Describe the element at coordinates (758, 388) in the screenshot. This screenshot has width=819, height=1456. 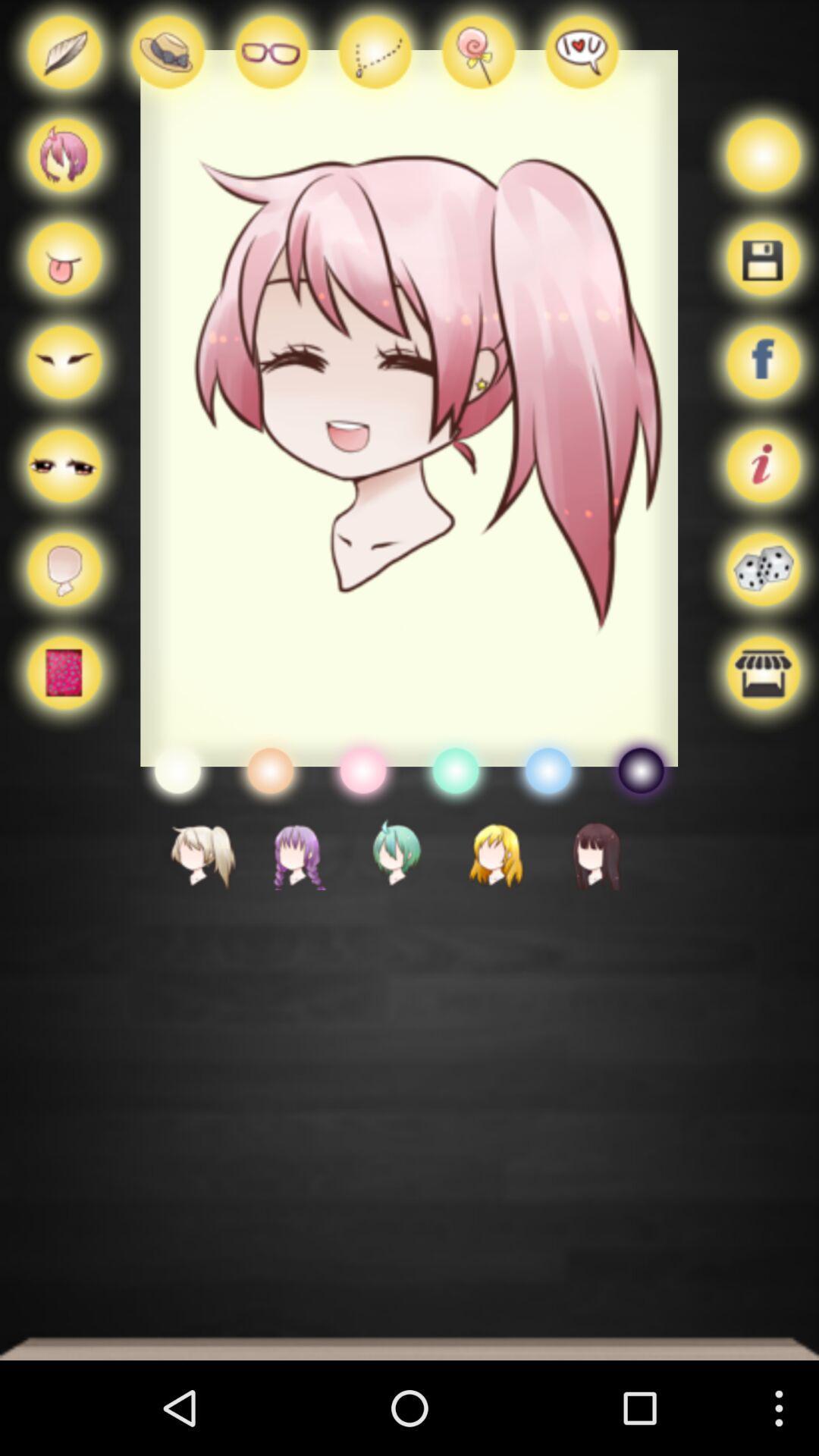
I see `the facebook icon` at that location.